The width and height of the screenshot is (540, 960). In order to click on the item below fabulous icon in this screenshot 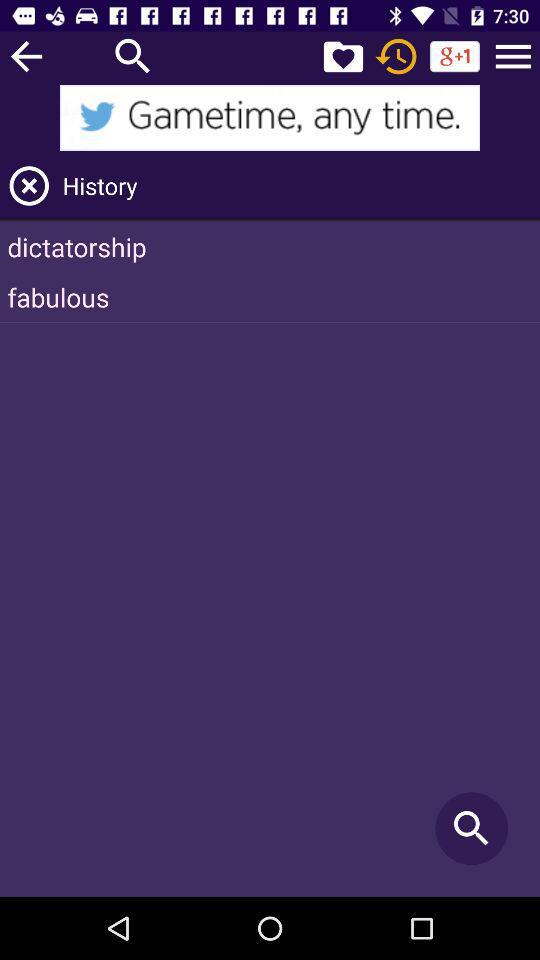, I will do `click(471, 828)`.